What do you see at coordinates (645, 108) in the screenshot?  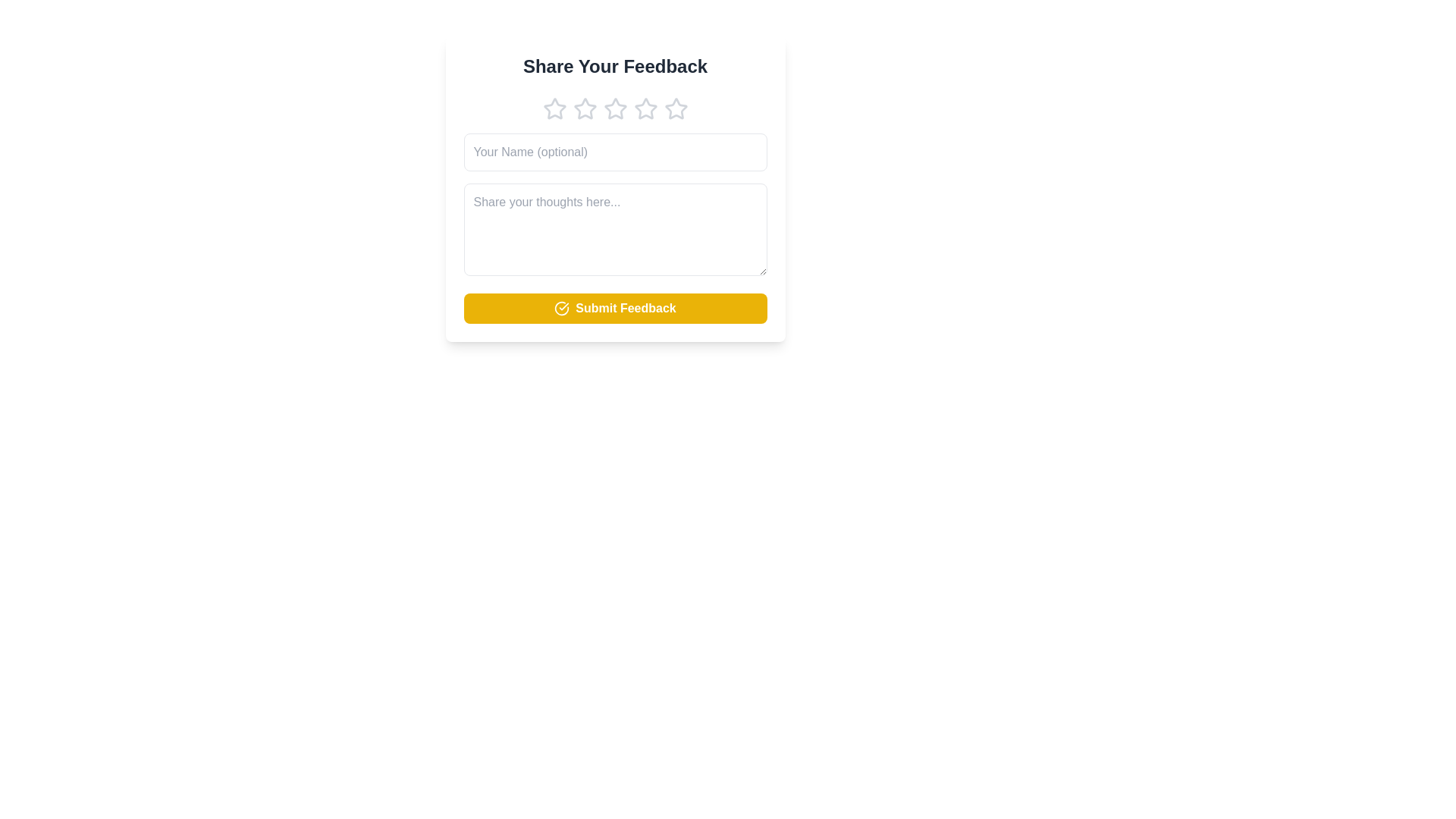 I see `keyboard navigation` at bounding box center [645, 108].